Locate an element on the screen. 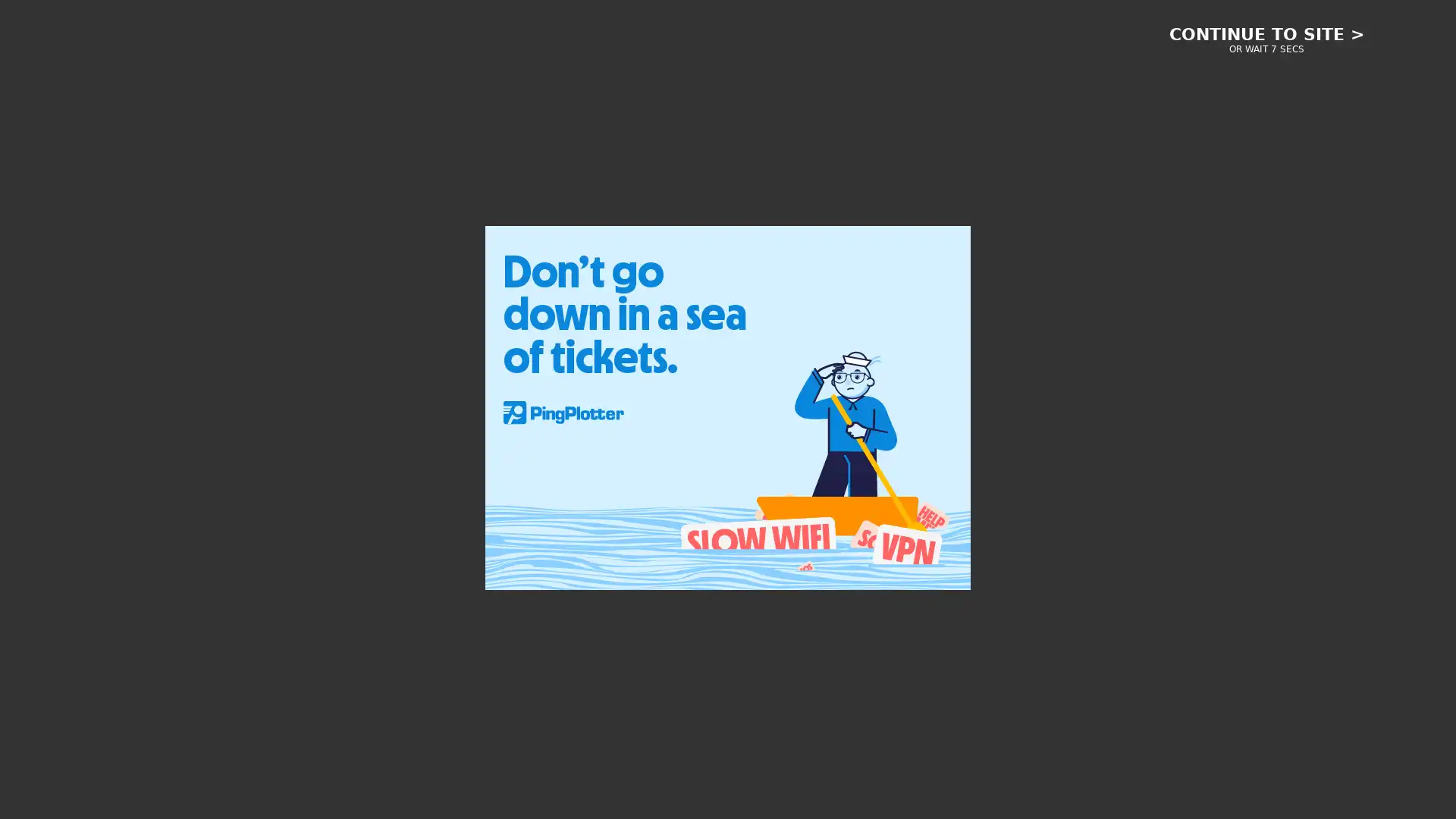 The height and width of the screenshot is (819, 1456). Informa is located at coordinates (728, 11).